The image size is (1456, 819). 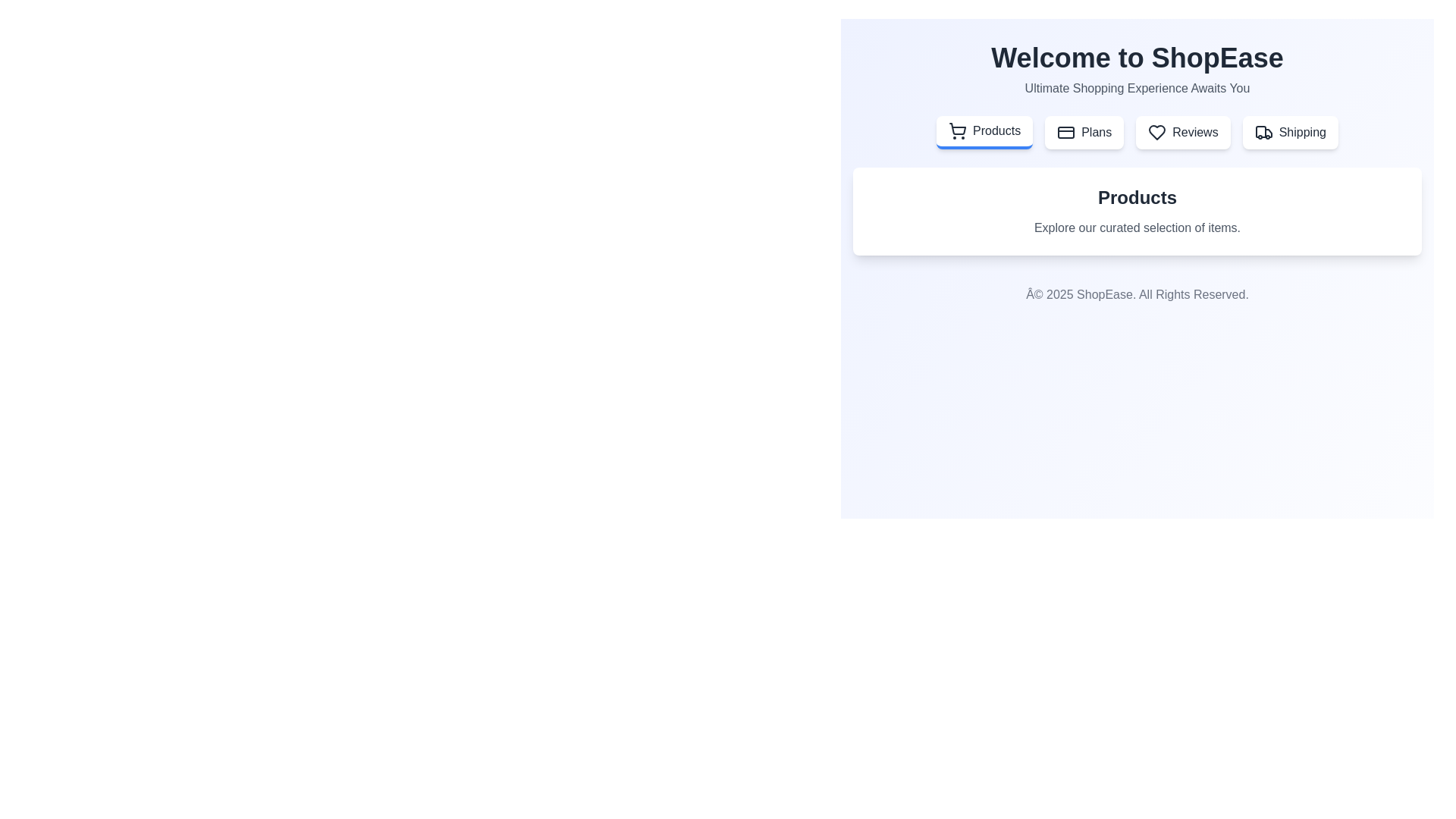 What do you see at coordinates (1156, 131) in the screenshot?
I see `the heart icon located to the left of the 'Reviews' label, which signifies a review or favorite feature` at bounding box center [1156, 131].